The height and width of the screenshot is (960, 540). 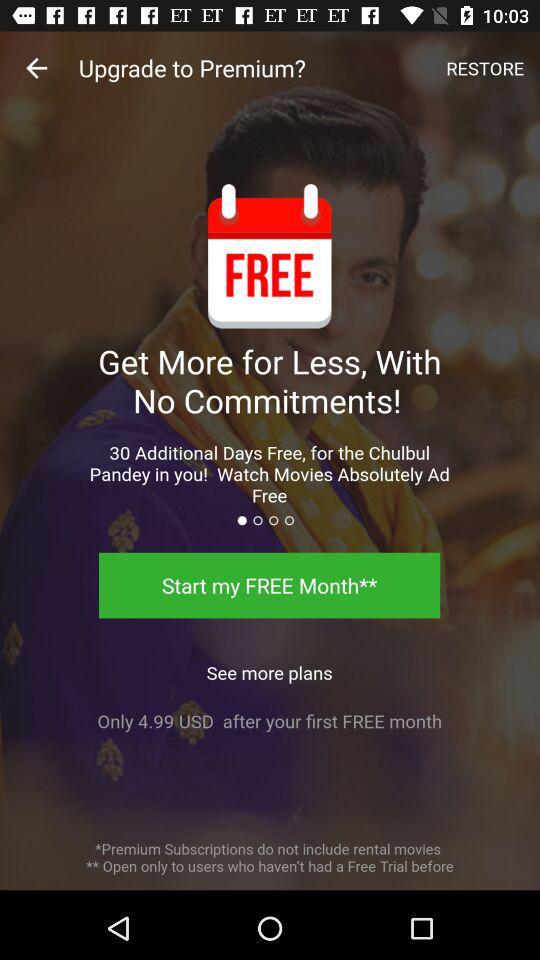 What do you see at coordinates (269, 667) in the screenshot?
I see `the icon above the only 4 99` at bounding box center [269, 667].